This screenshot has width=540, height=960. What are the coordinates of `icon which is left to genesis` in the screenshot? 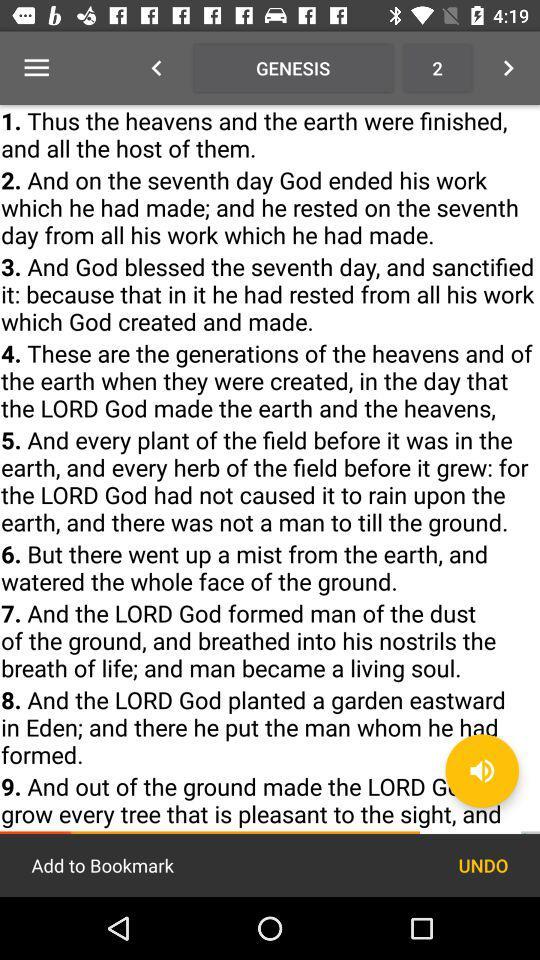 It's located at (155, 68).